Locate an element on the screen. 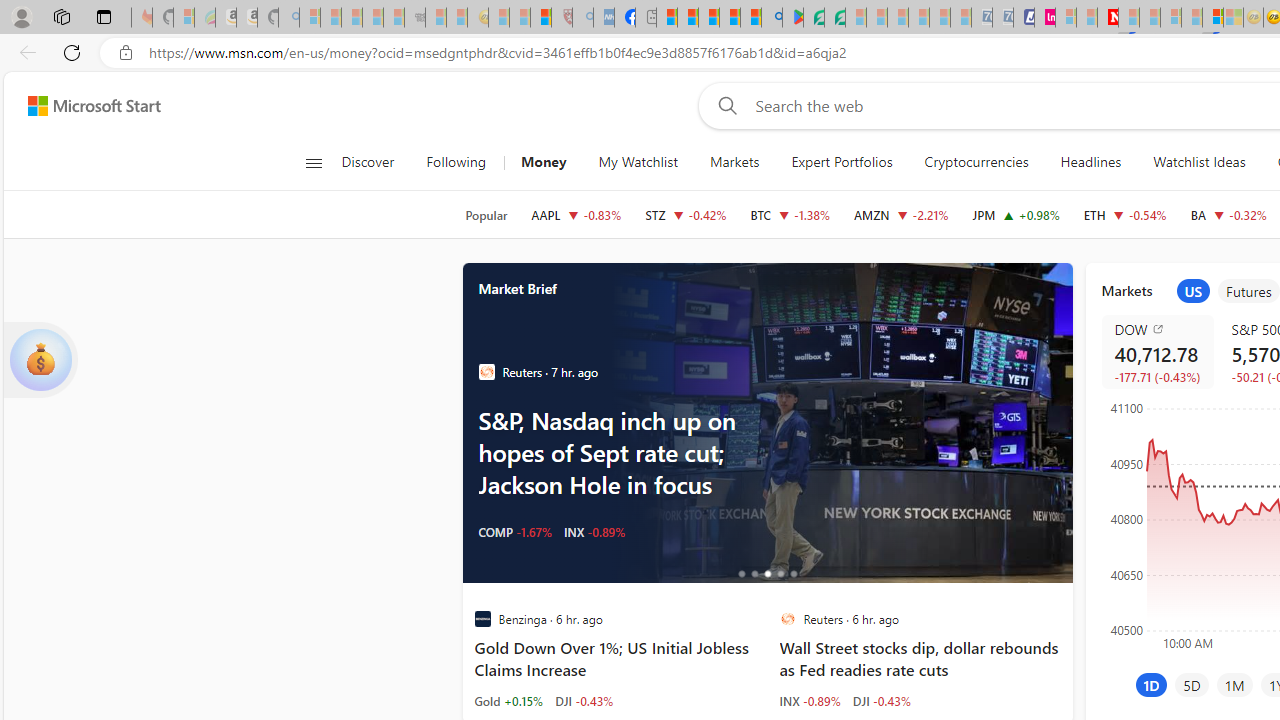 This screenshot has width=1280, height=720. 'BTC Bitcoin decrease 60,534.75 -837.20 -1.38%' is located at coordinates (790, 214).